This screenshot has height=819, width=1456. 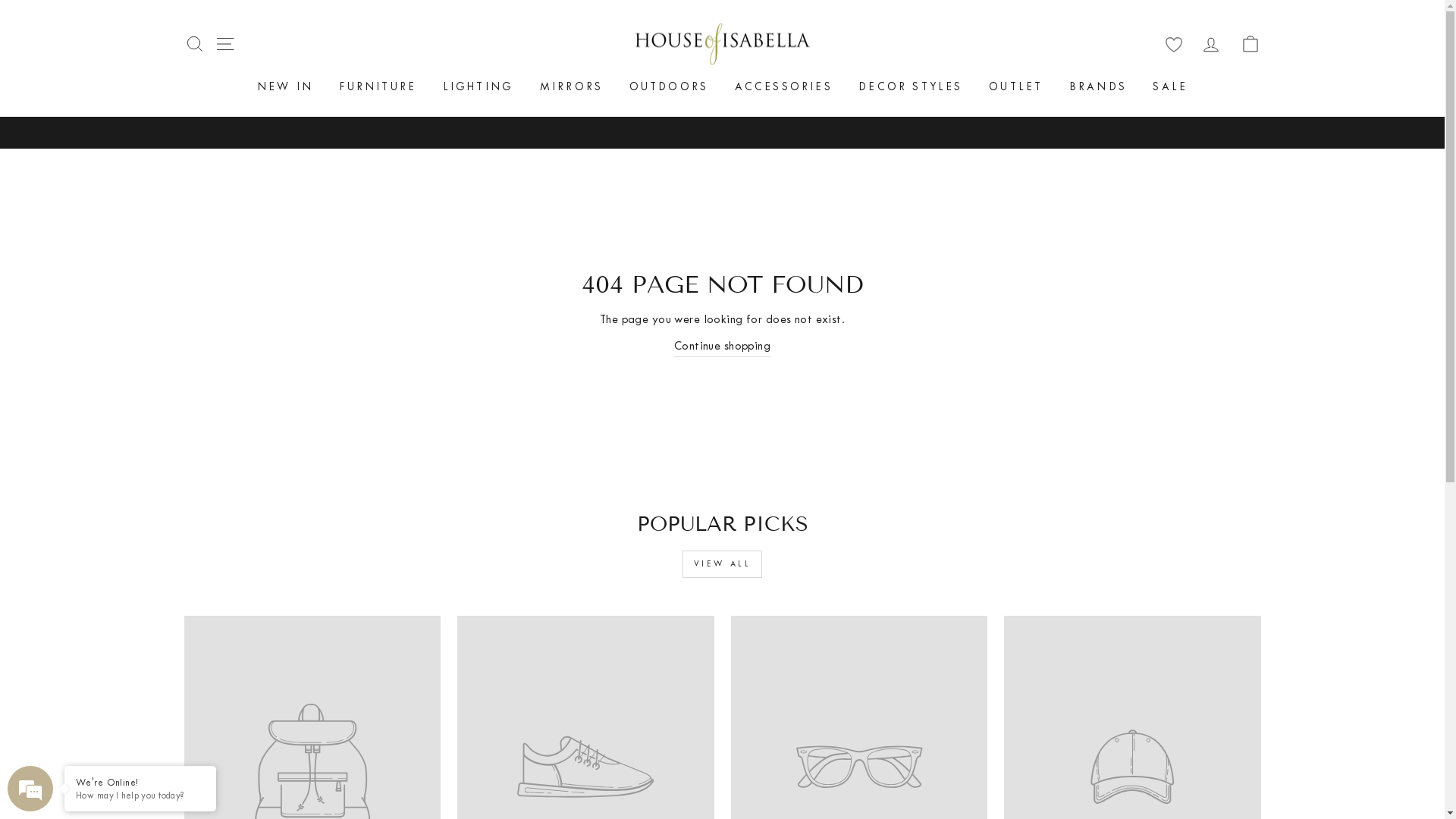 I want to click on 'LIGHTING', so click(x=477, y=86).